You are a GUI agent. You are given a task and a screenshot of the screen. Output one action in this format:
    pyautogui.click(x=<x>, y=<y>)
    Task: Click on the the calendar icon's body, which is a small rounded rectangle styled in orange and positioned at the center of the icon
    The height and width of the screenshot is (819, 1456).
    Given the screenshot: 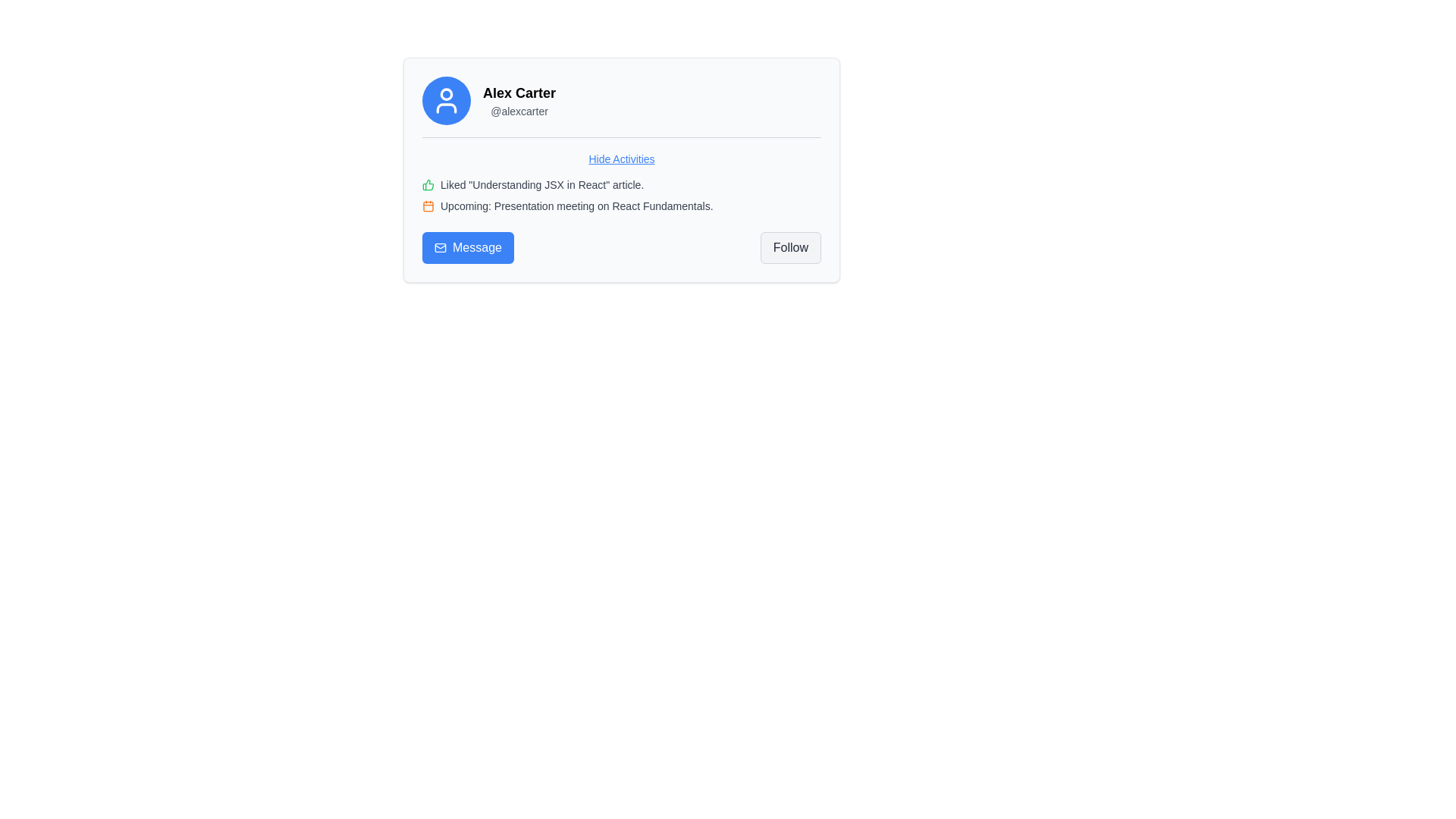 What is the action you would take?
    pyautogui.click(x=428, y=206)
    